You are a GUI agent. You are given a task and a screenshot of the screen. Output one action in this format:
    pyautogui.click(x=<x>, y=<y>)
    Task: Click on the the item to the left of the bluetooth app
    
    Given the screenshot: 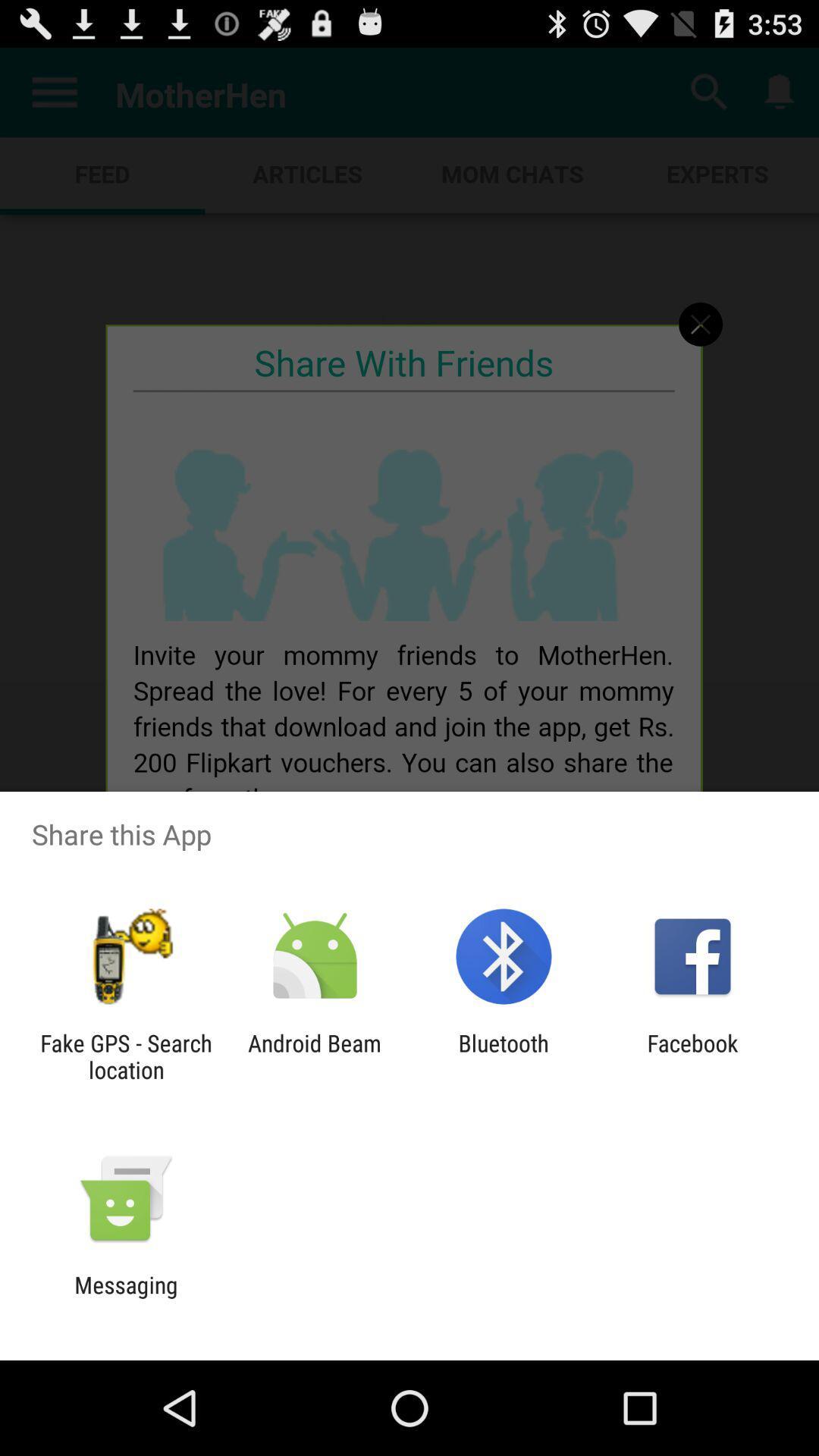 What is the action you would take?
    pyautogui.click(x=314, y=1056)
    